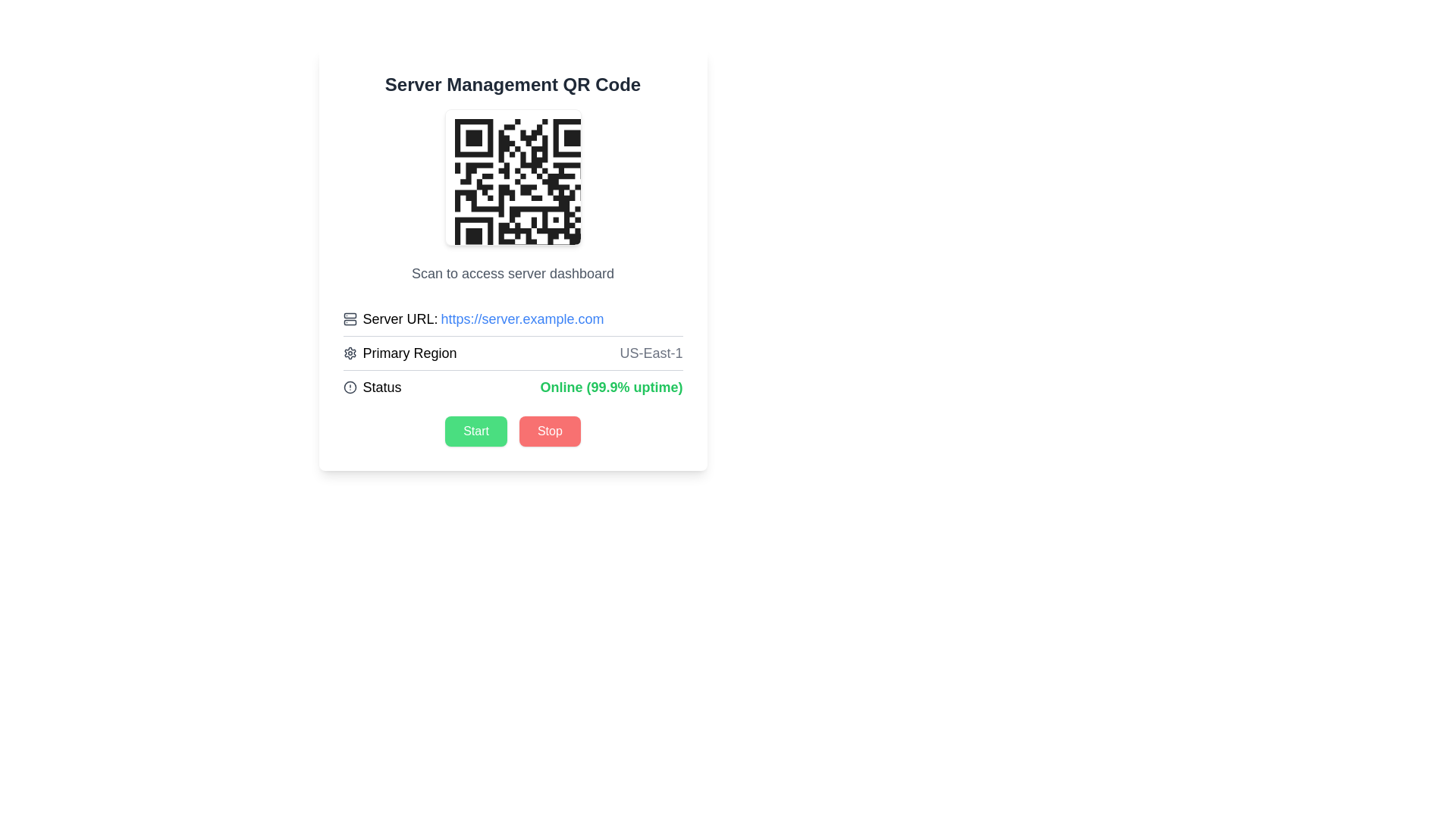  I want to click on the stop button located in the bottom center of the interface, next to the 'Start' button, to observe any hover effects, so click(549, 431).